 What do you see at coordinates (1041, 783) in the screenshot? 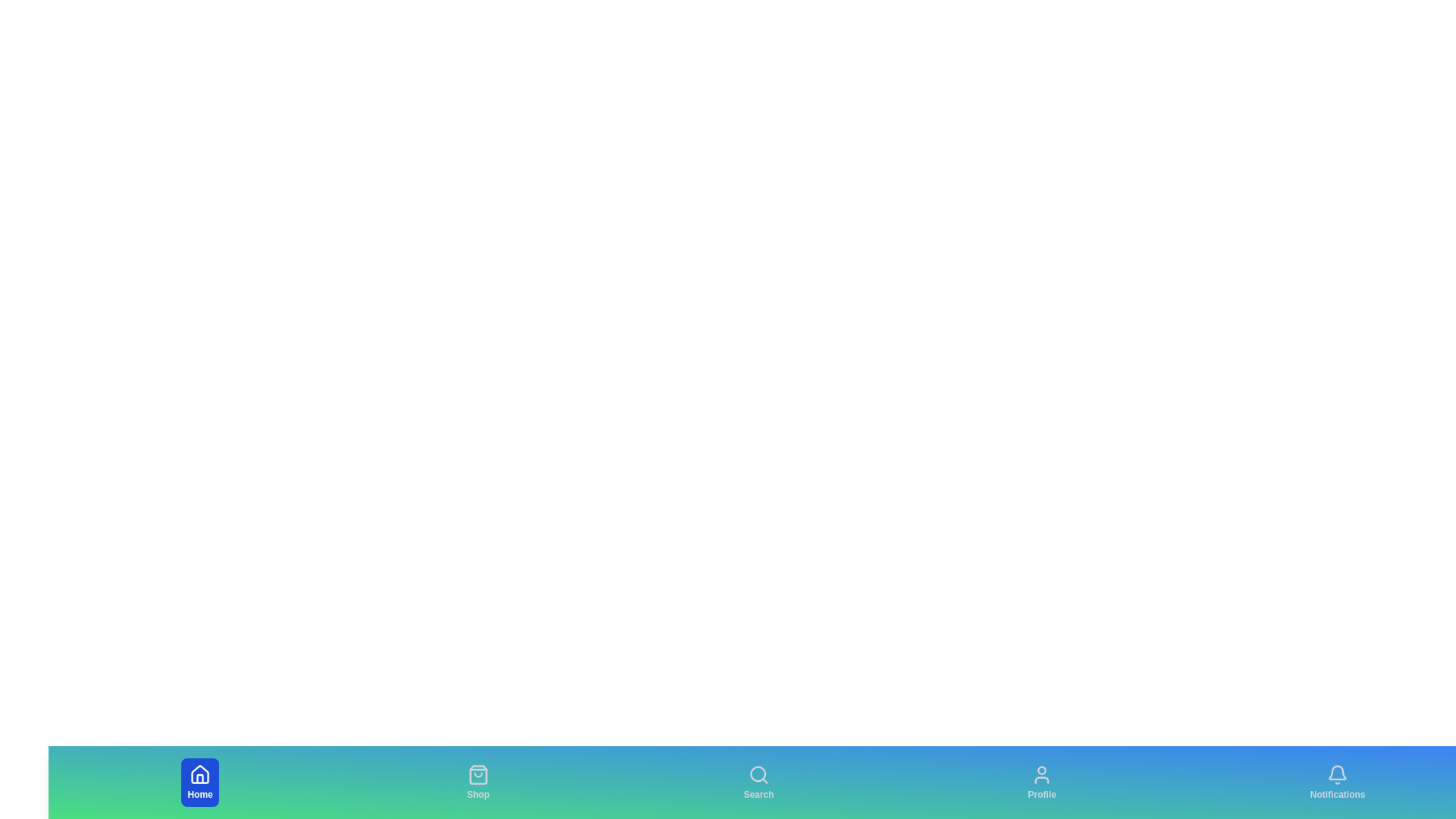
I see `the Profile tab to view its hover effects` at bounding box center [1041, 783].